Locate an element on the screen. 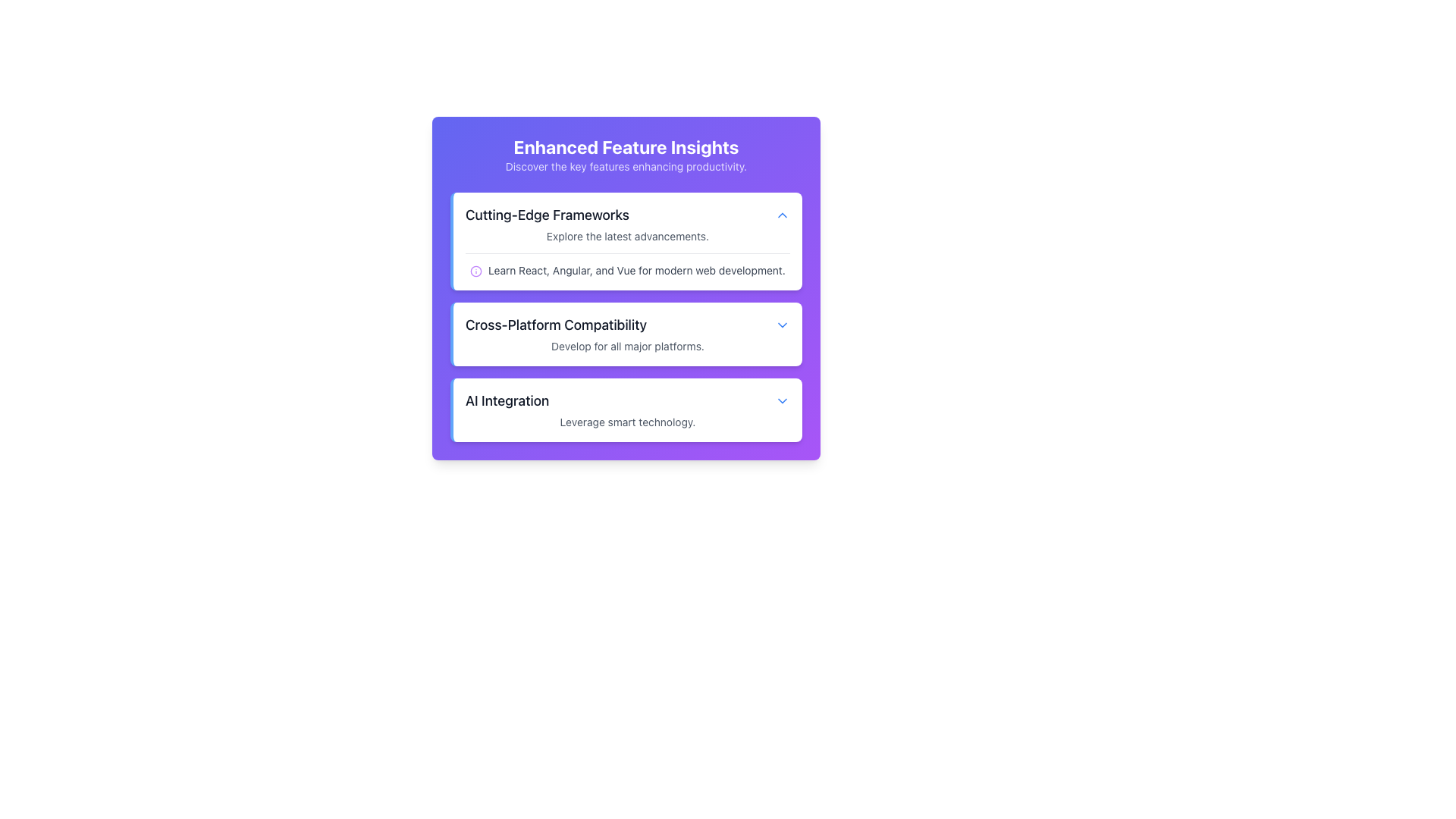 The height and width of the screenshot is (819, 1456). the blue chevron-up icon aligned with the text 'Cutting-Edge Frameworks' is located at coordinates (783, 215).